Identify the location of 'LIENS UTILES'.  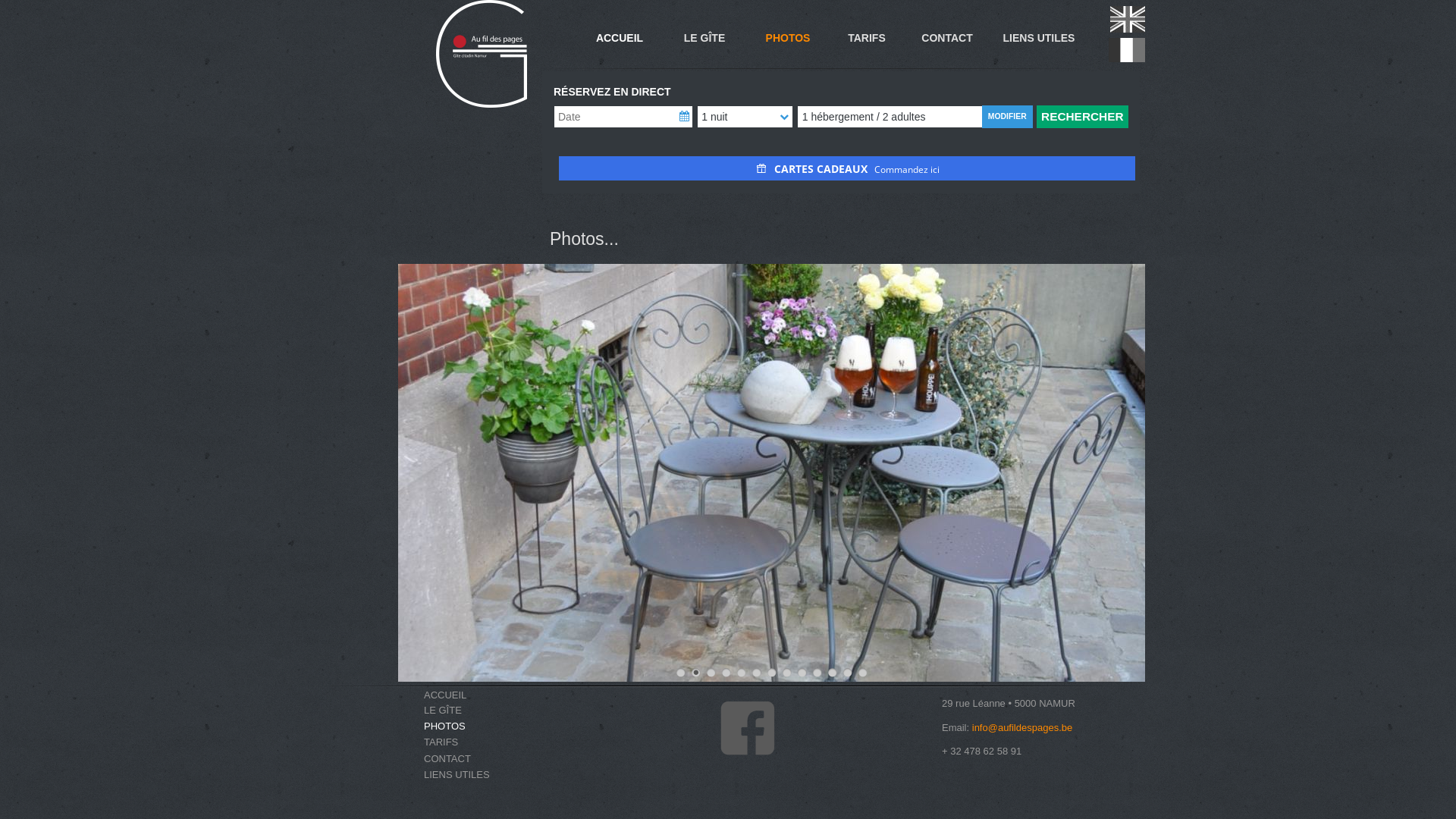
(472, 774).